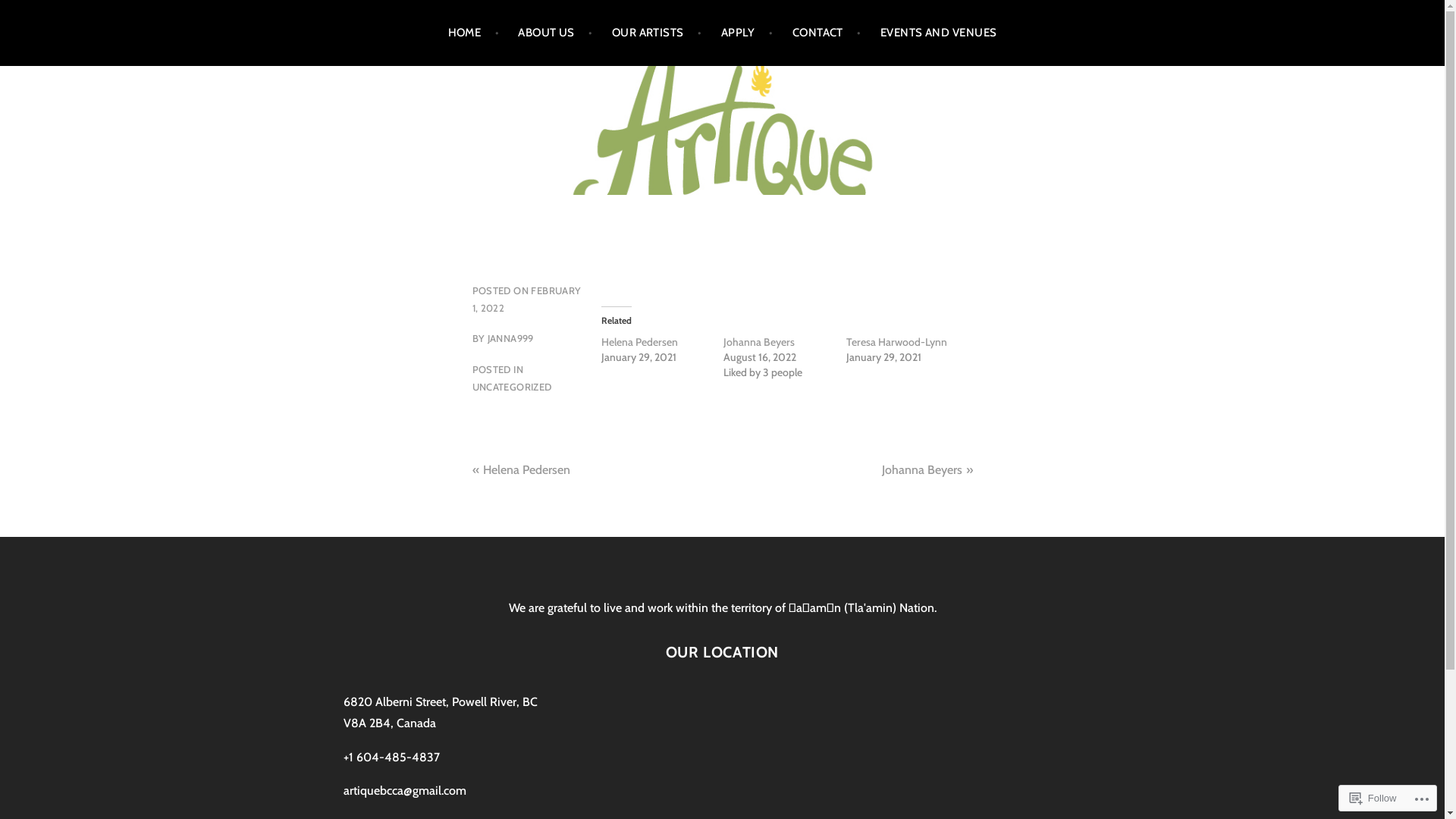 The height and width of the screenshot is (819, 1456). What do you see at coordinates (526, 299) in the screenshot?
I see `'FEBRUARY 1, 2022'` at bounding box center [526, 299].